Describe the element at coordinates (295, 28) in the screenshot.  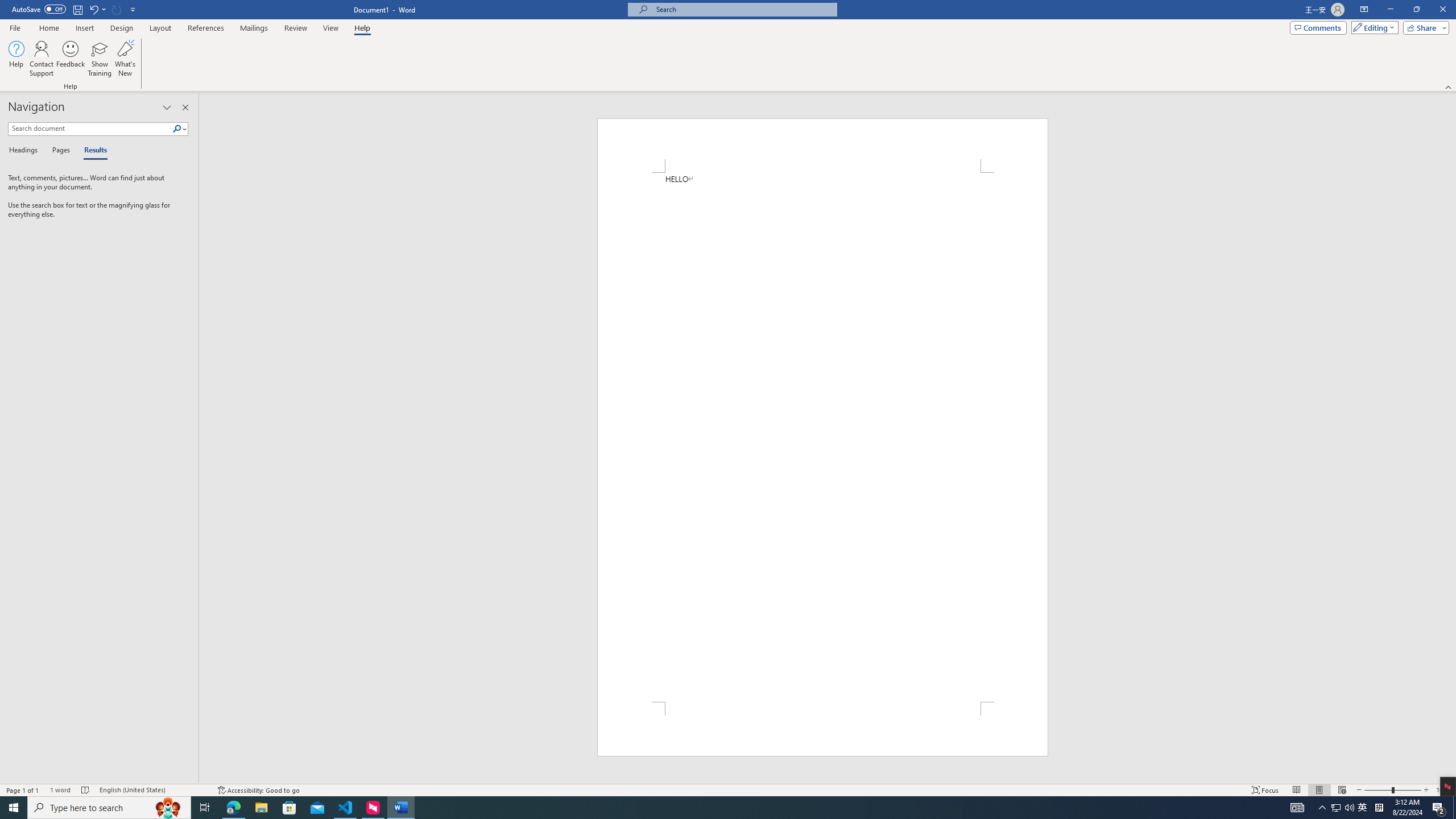
I see `'Review'` at that location.